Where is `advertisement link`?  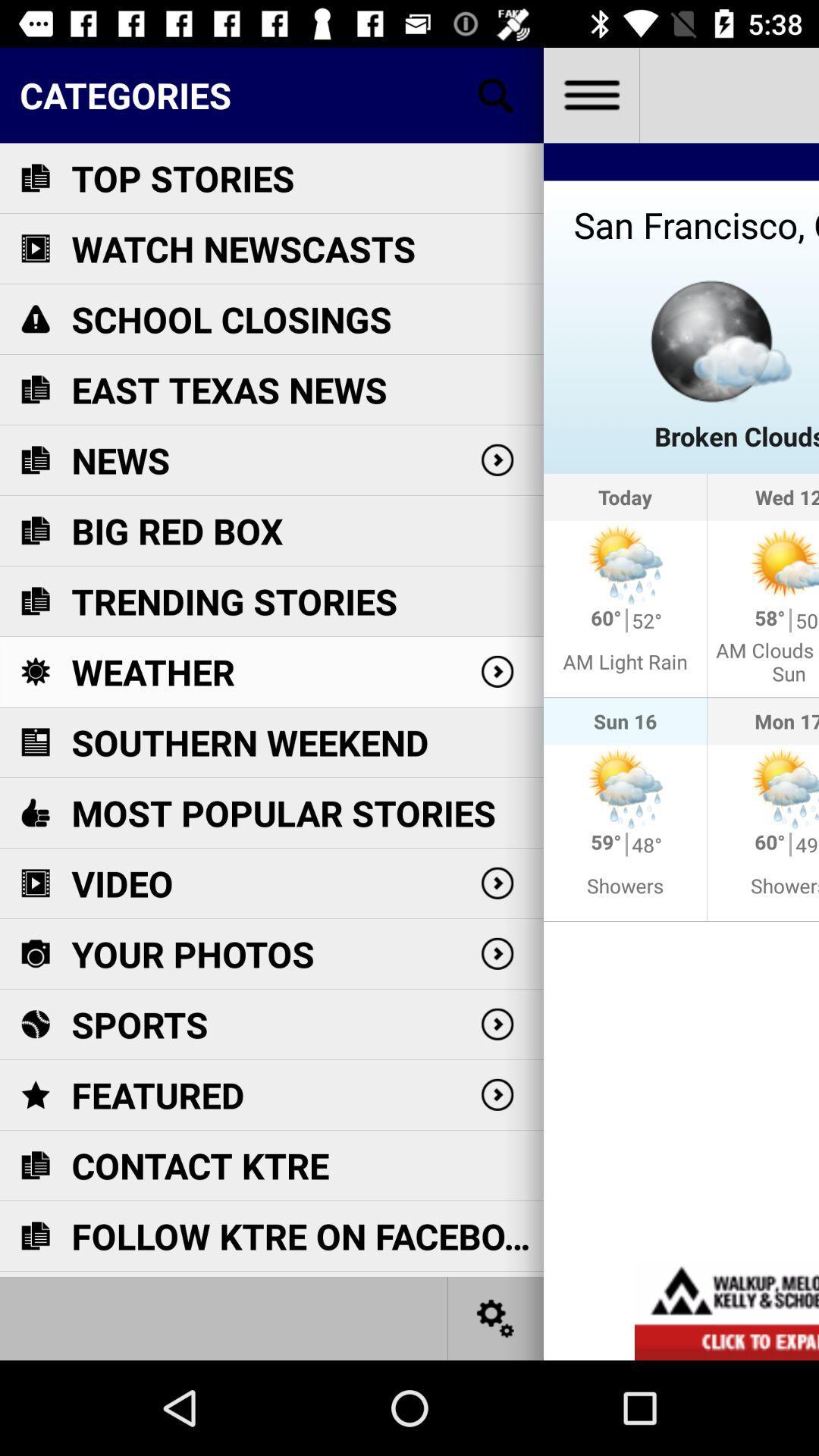 advertisement link is located at coordinates (726, 1310).